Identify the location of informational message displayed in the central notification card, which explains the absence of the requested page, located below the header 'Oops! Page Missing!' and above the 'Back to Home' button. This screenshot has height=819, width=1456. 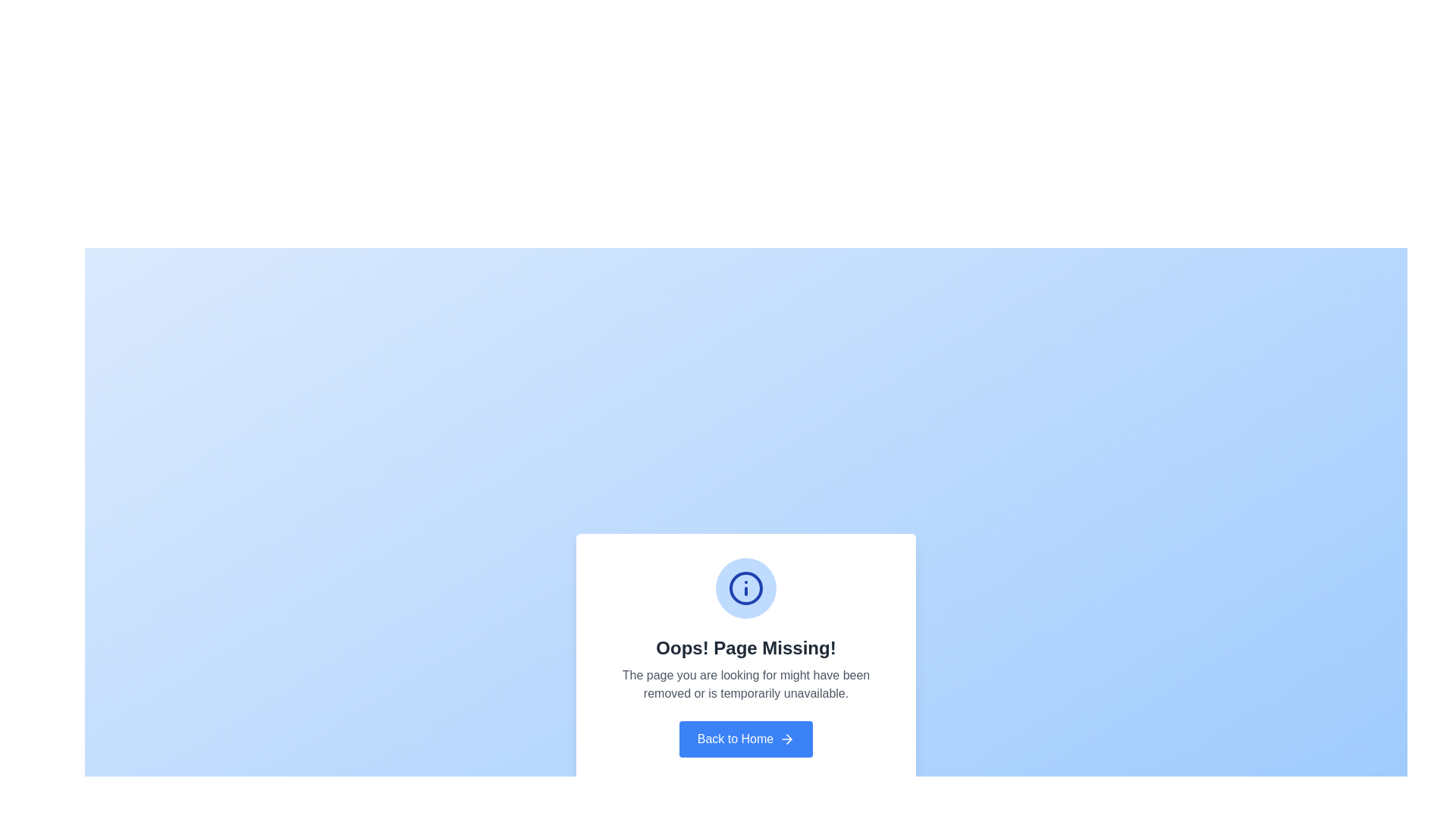
(745, 684).